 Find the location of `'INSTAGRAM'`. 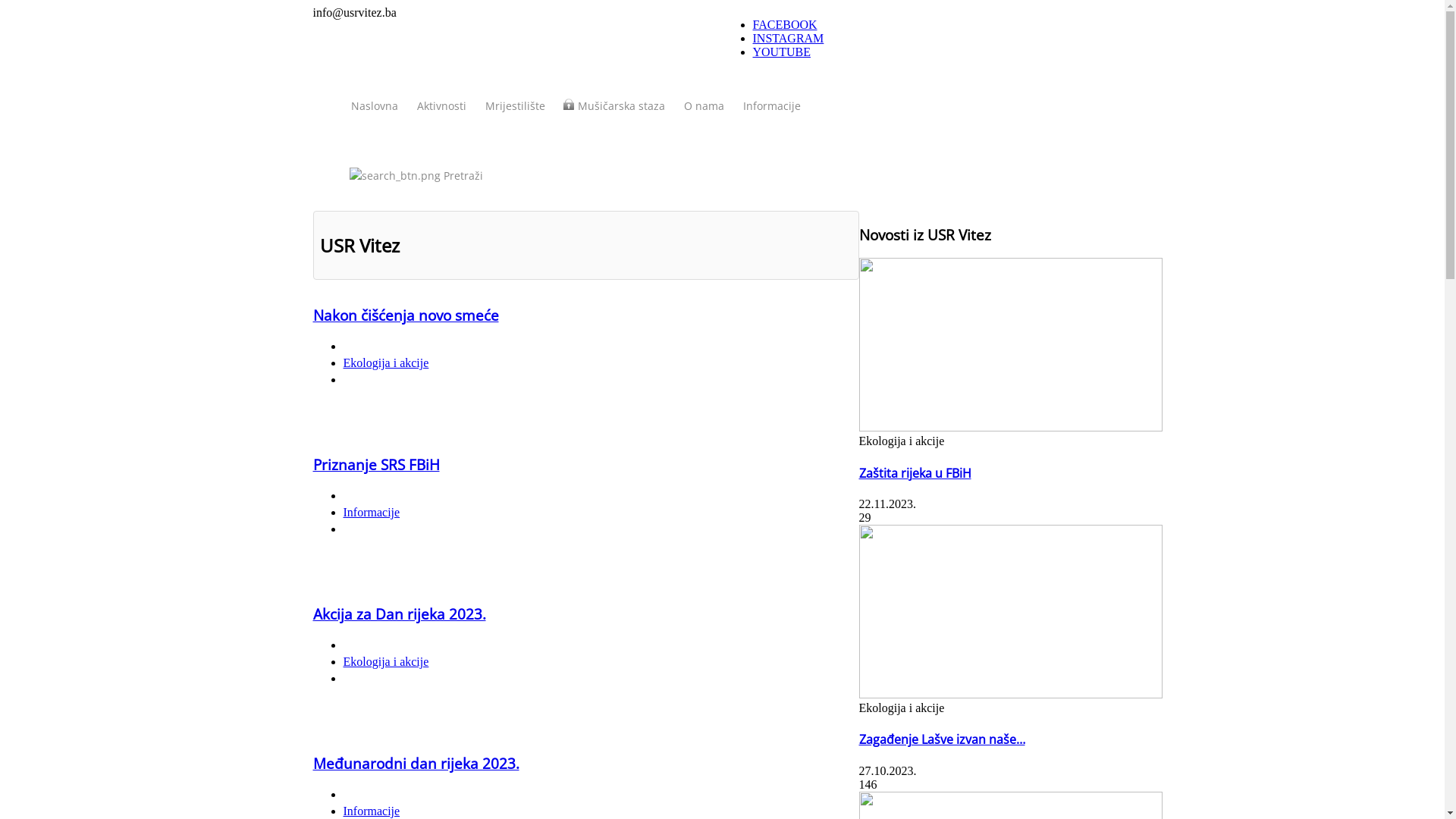

'INSTAGRAM' is located at coordinates (787, 37).